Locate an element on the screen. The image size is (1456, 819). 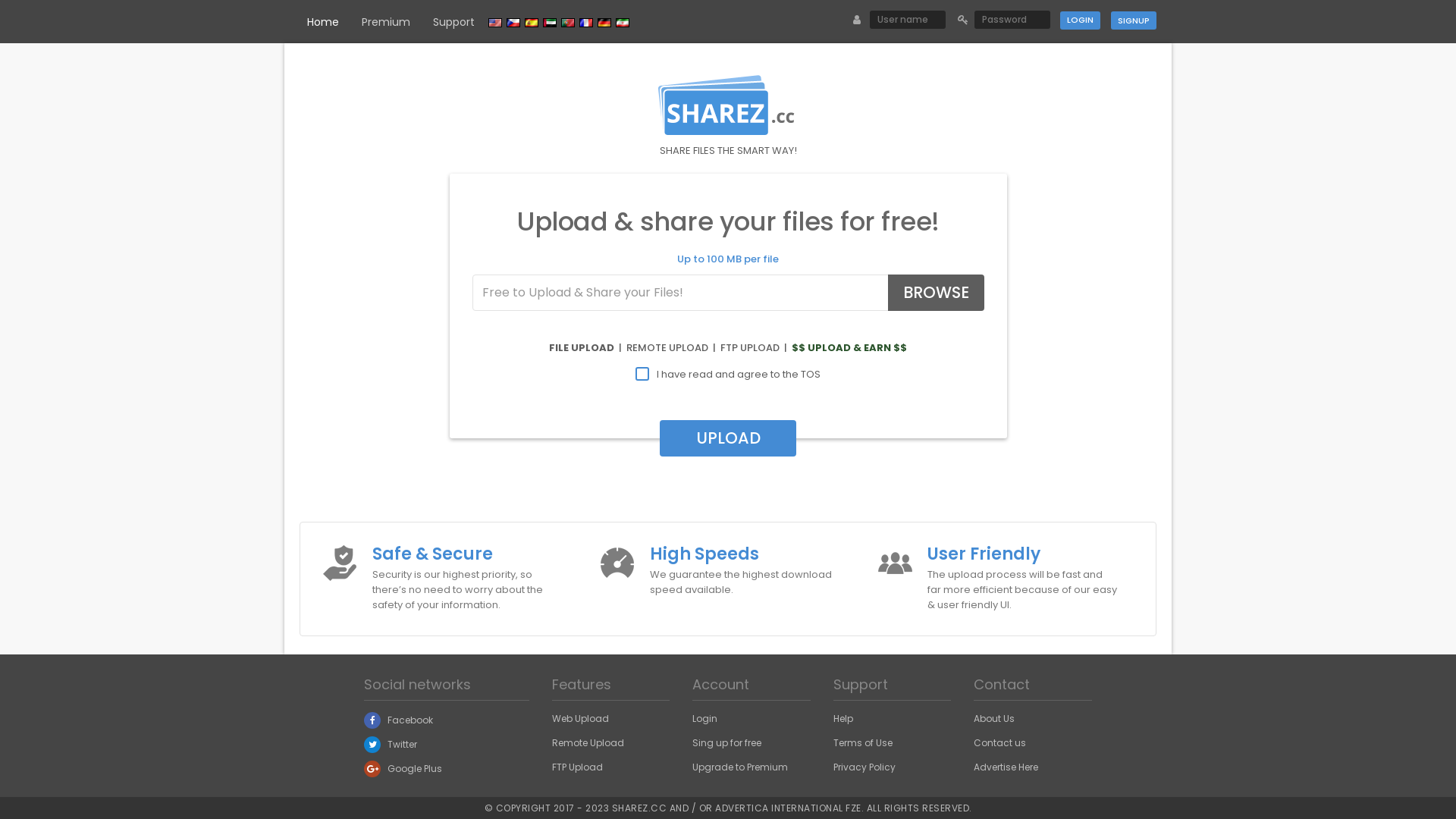
'UPLOAD' is located at coordinates (728, 438).